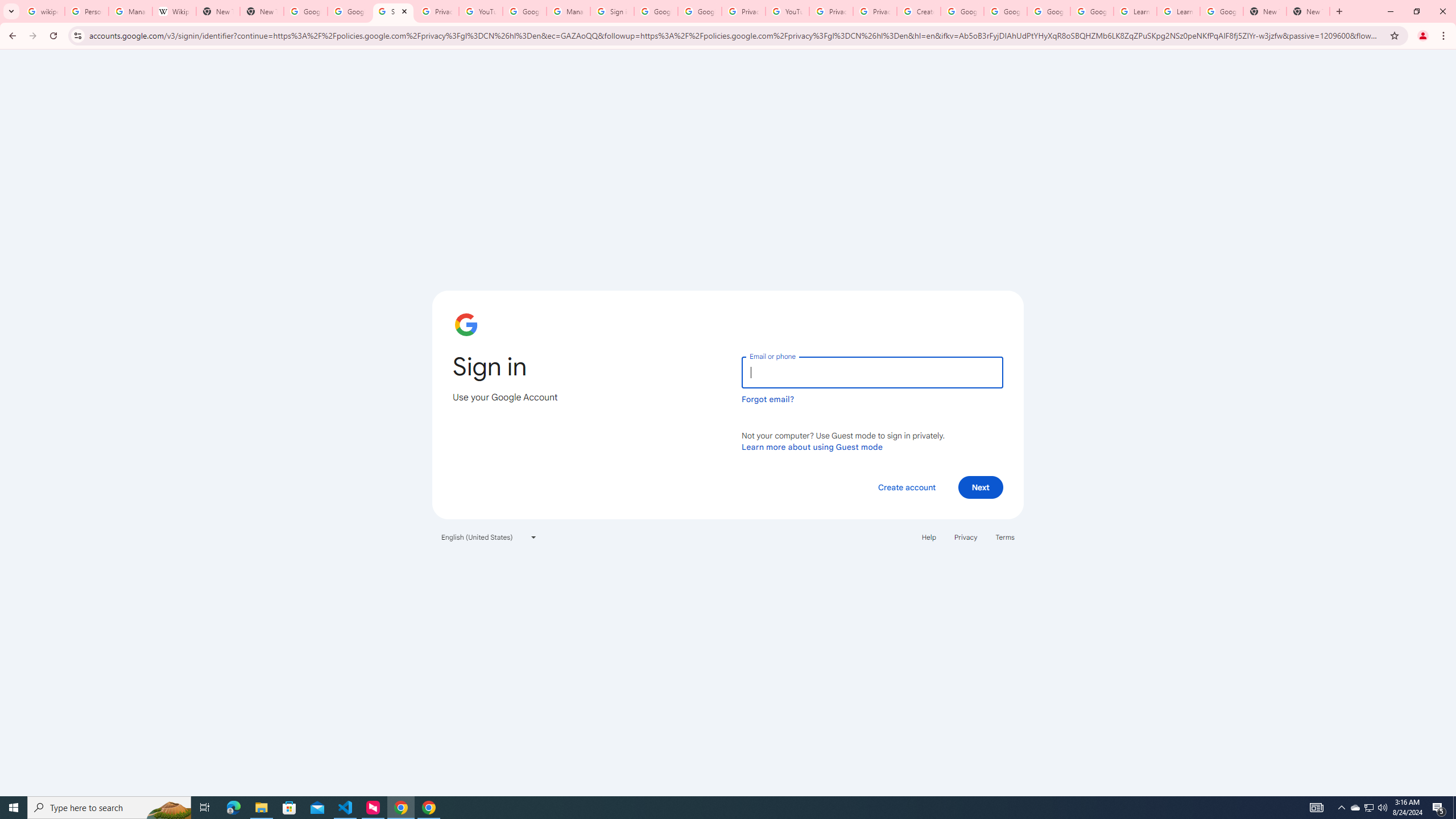 The width and height of the screenshot is (1456, 819). I want to click on 'Email or phone', so click(871, 372).